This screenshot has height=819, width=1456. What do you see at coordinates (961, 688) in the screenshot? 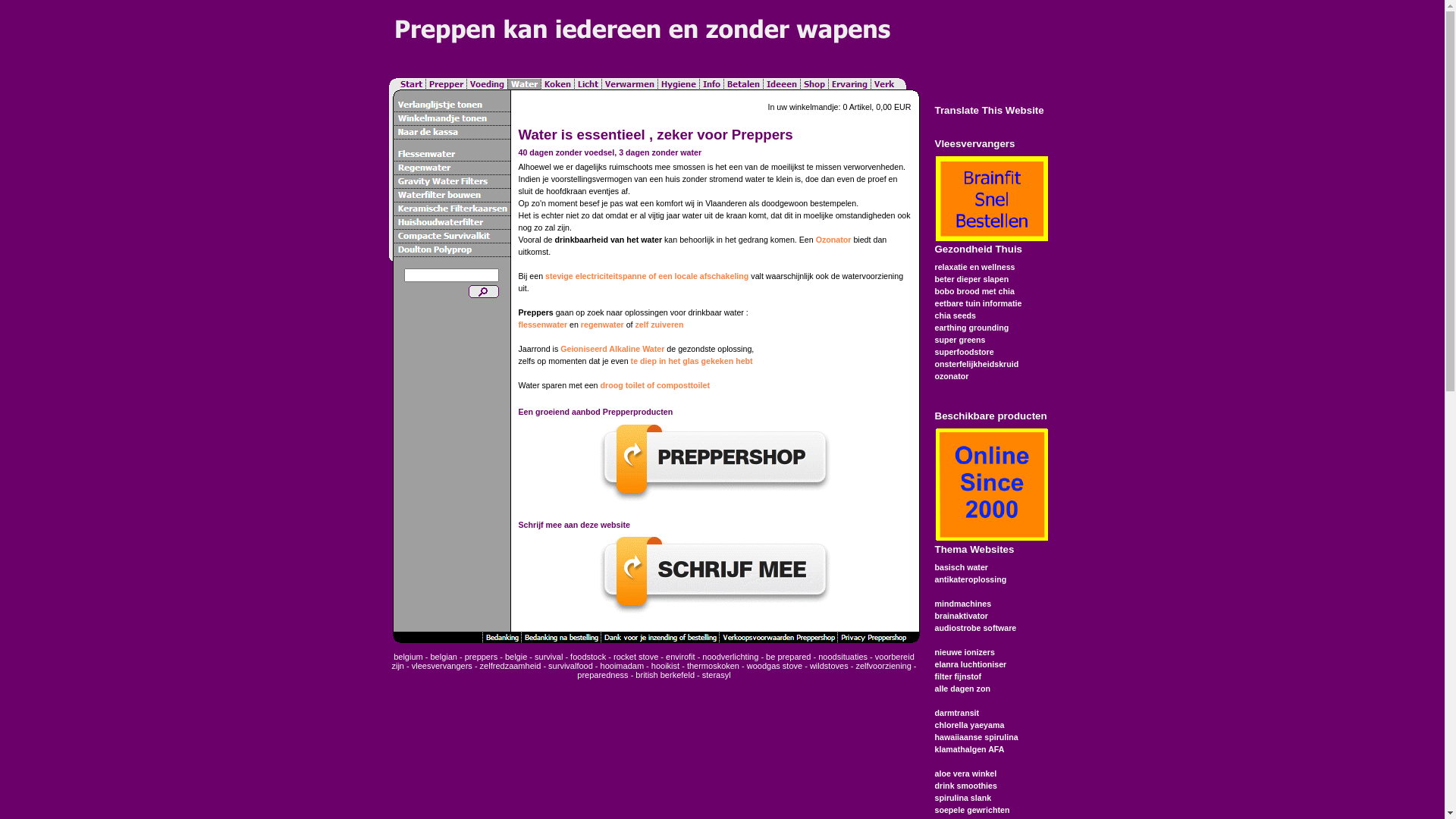
I see `'alle dagen zon'` at bounding box center [961, 688].